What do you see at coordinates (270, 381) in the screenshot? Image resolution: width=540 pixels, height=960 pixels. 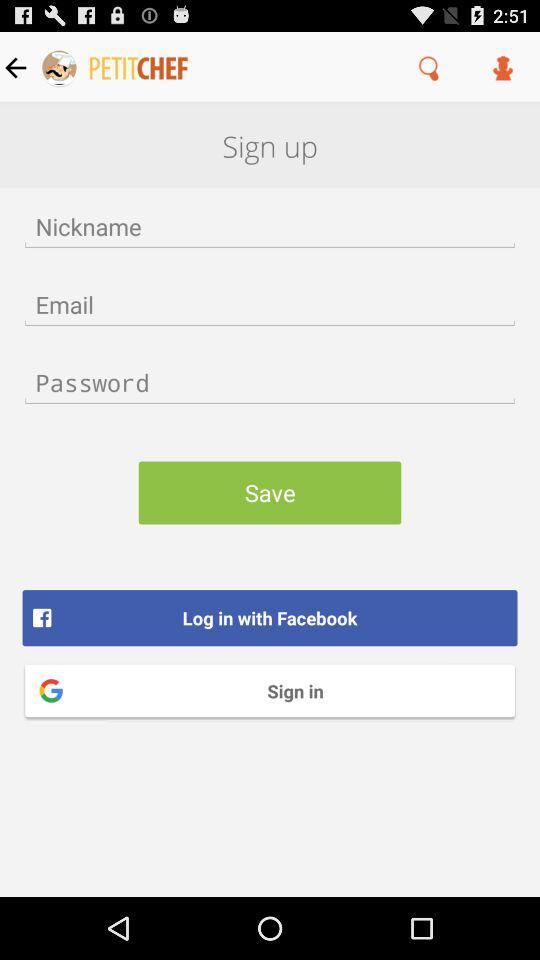 I see `password` at bounding box center [270, 381].